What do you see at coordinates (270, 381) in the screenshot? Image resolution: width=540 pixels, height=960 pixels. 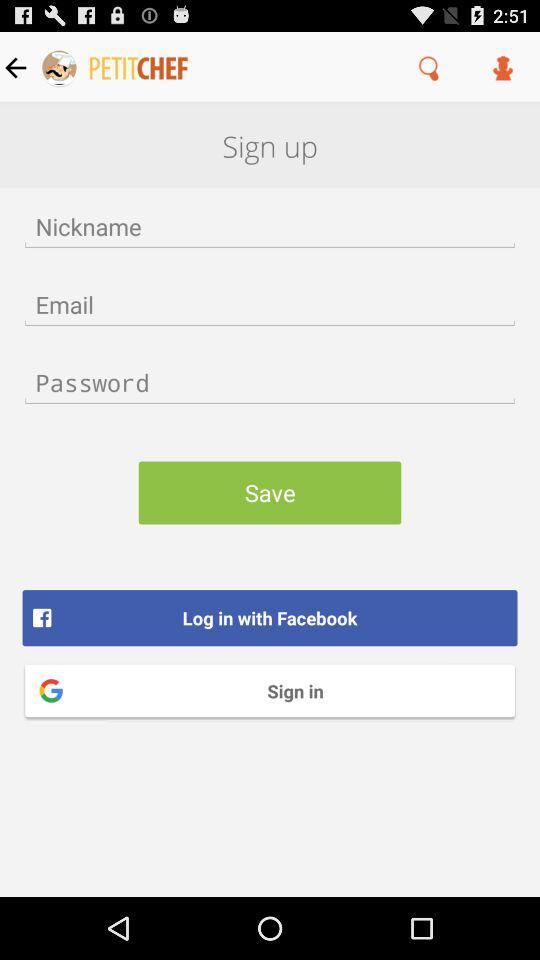 I see `password` at bounding box center [270, 381].